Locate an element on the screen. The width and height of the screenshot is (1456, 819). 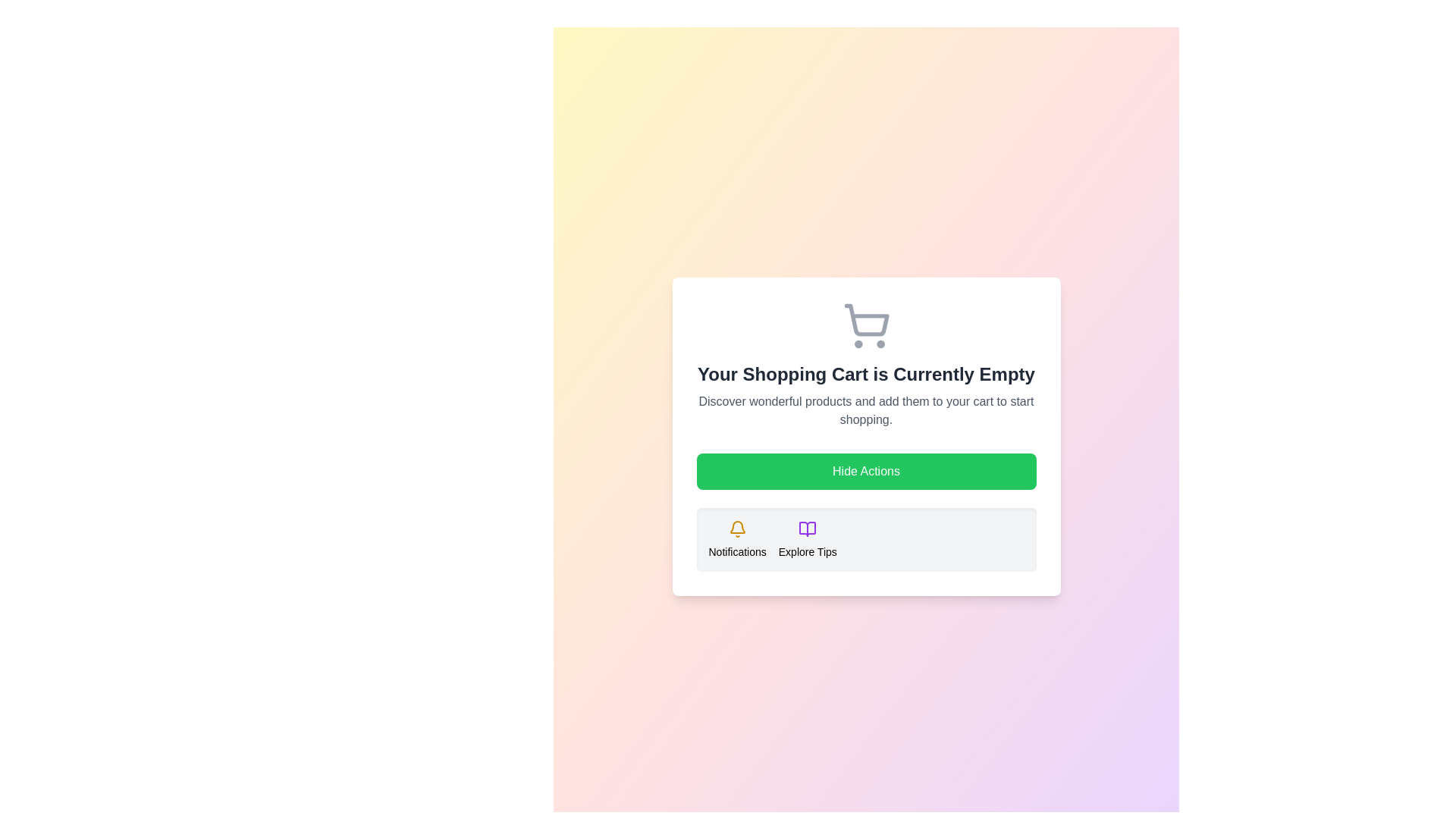
bold, large text block that states 'Your Shopping Cart is Currently Empty', which is styled in dark gray and is located in the center of the layout is located at coordinates (866, 374).